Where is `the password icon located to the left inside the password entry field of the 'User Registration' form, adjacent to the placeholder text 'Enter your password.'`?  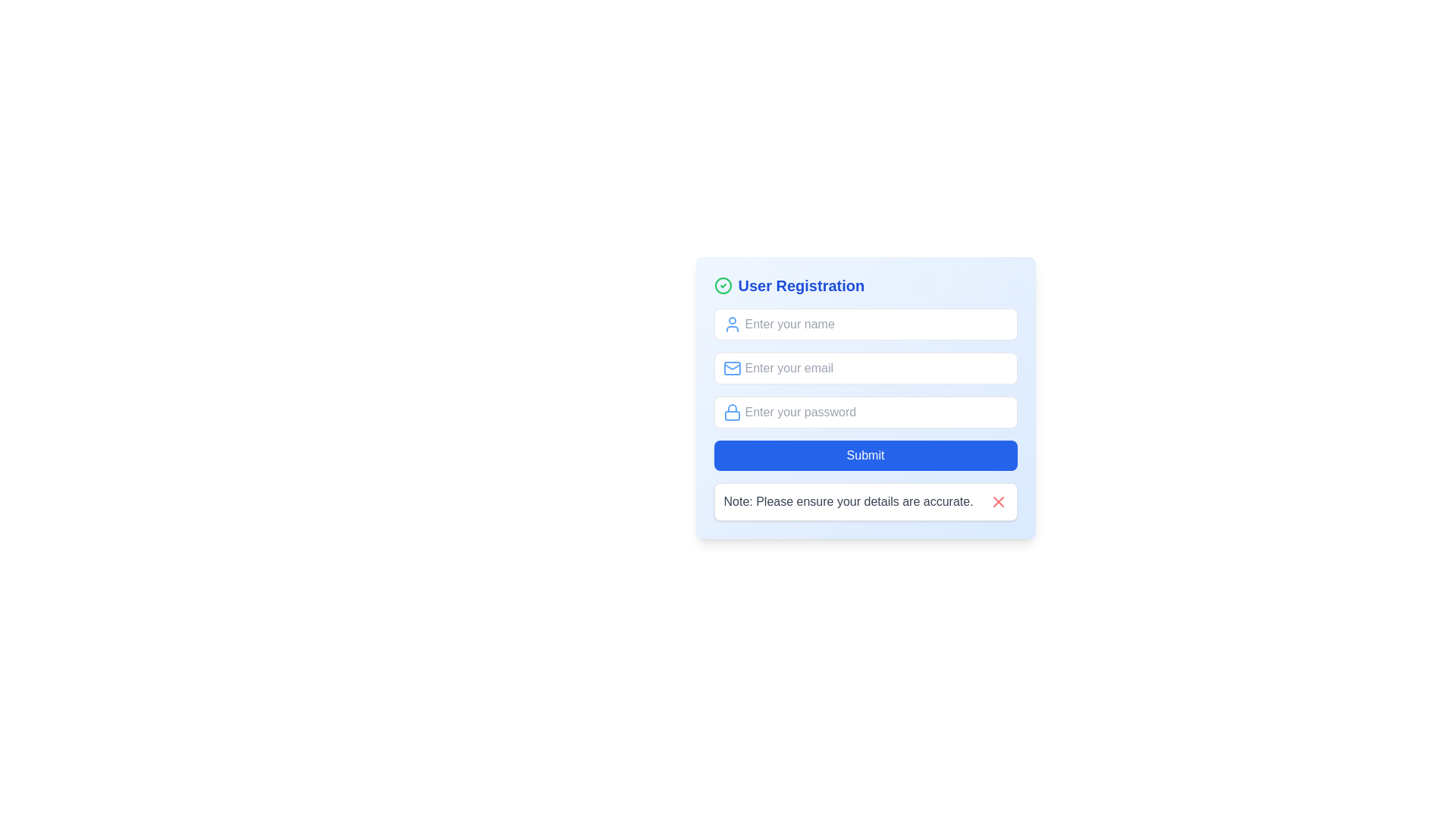 the password icon located to the left inside the password entry field of the 'User Registration' form, adjacent to the placeholder text 'Enter your password.' is located at coordinates (732, 412).